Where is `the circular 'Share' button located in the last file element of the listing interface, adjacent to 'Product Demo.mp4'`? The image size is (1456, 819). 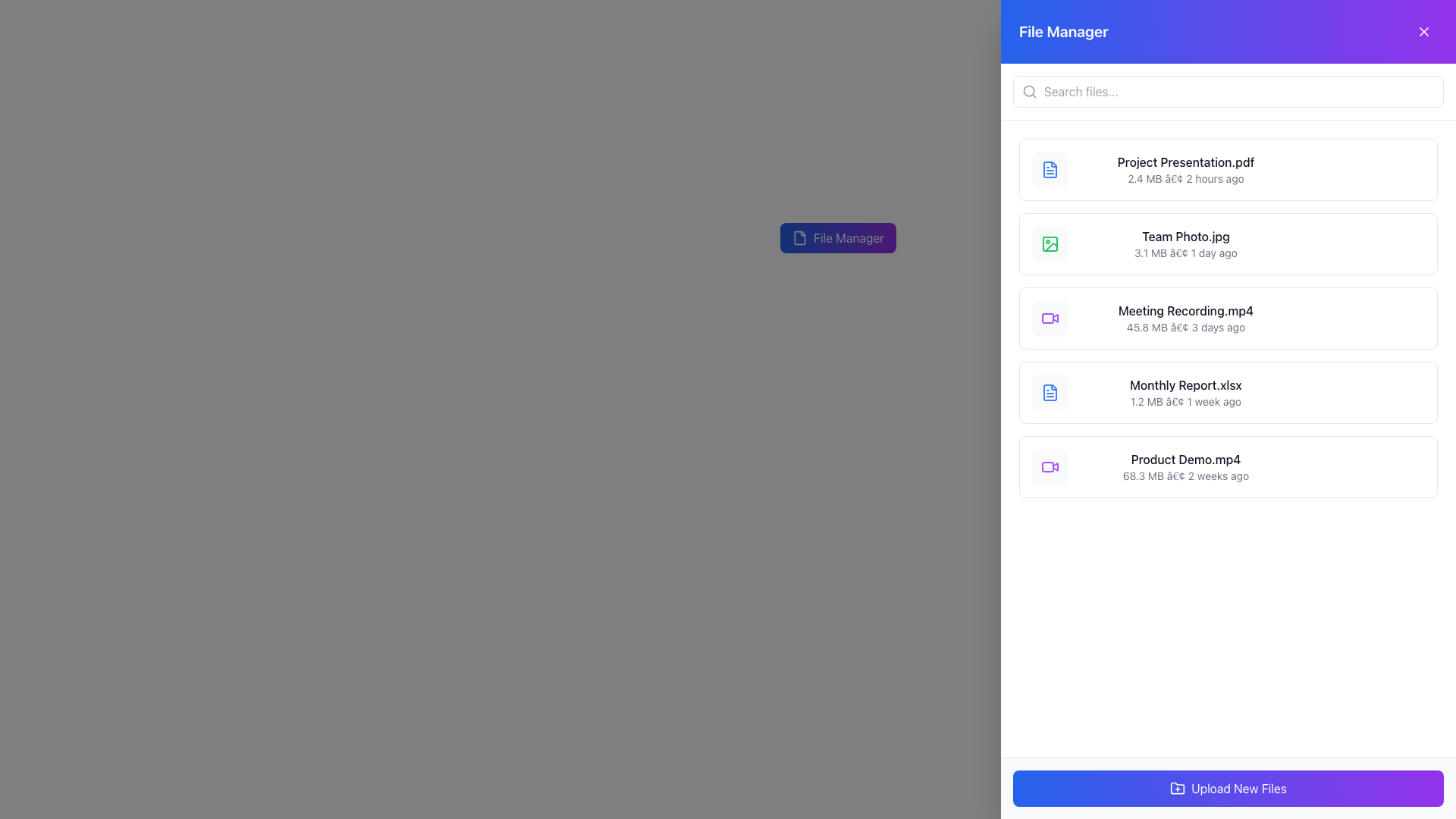 the circular 'Share' button located in the last file element of the listing interface, adjacent to 'Product Demo.mp4' is located at coordinates (1316, 466).